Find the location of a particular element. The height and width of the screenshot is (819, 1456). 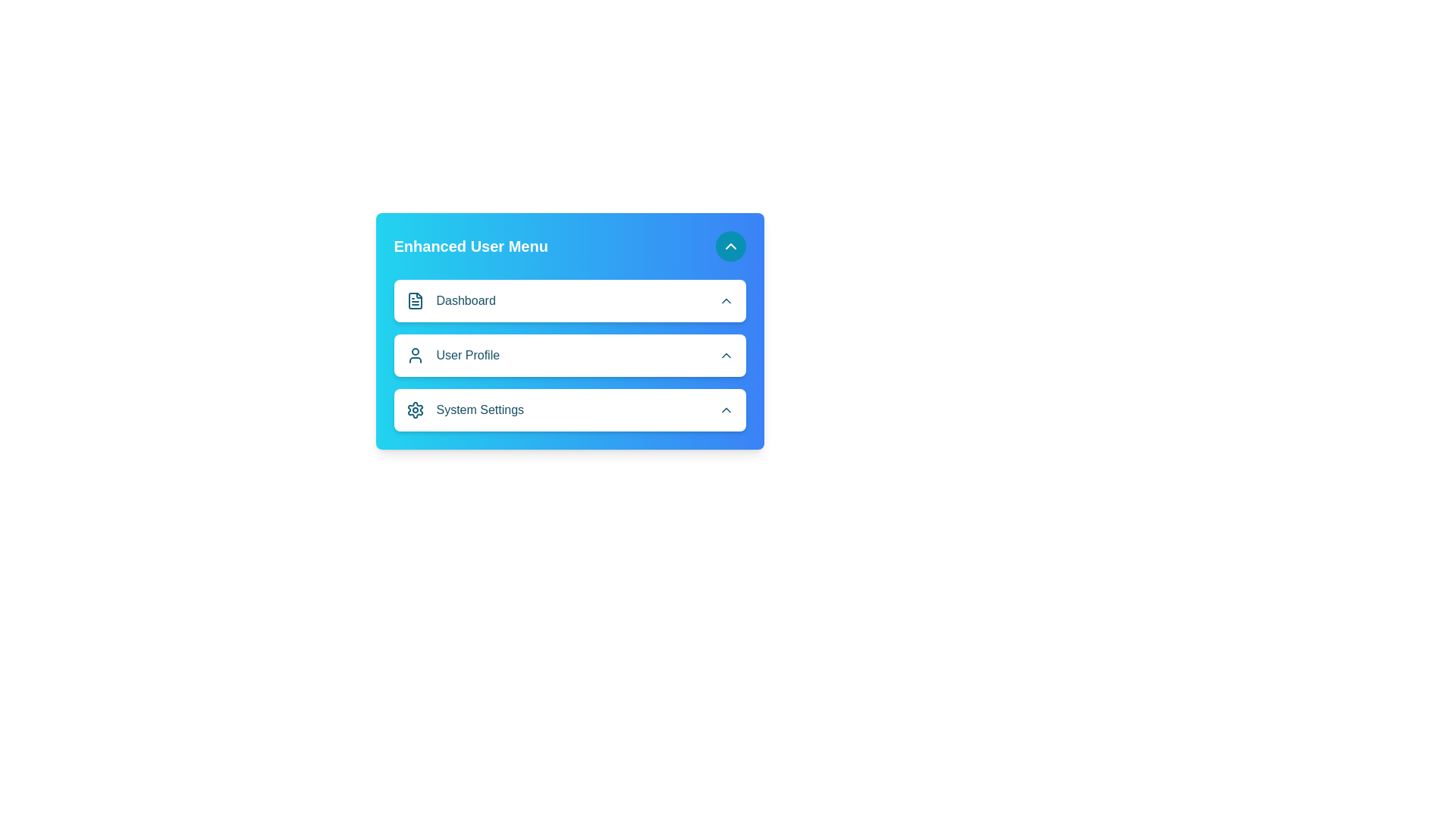

the 'Dashboard' text label is located at coordinates (465, 301).